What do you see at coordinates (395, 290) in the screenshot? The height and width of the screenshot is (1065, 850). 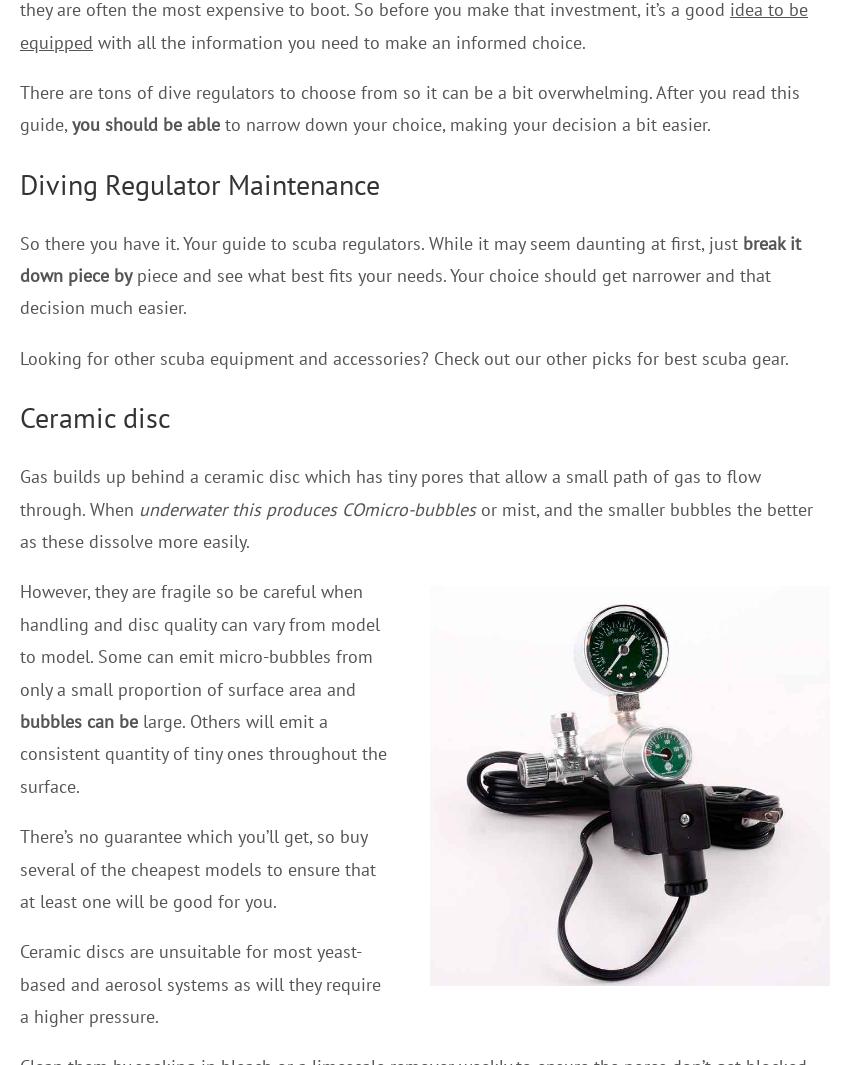 I see `'piece and see what best fits your needs. Your choice should get narrower and that decision much easier.'` at bounding box center [395, 290].